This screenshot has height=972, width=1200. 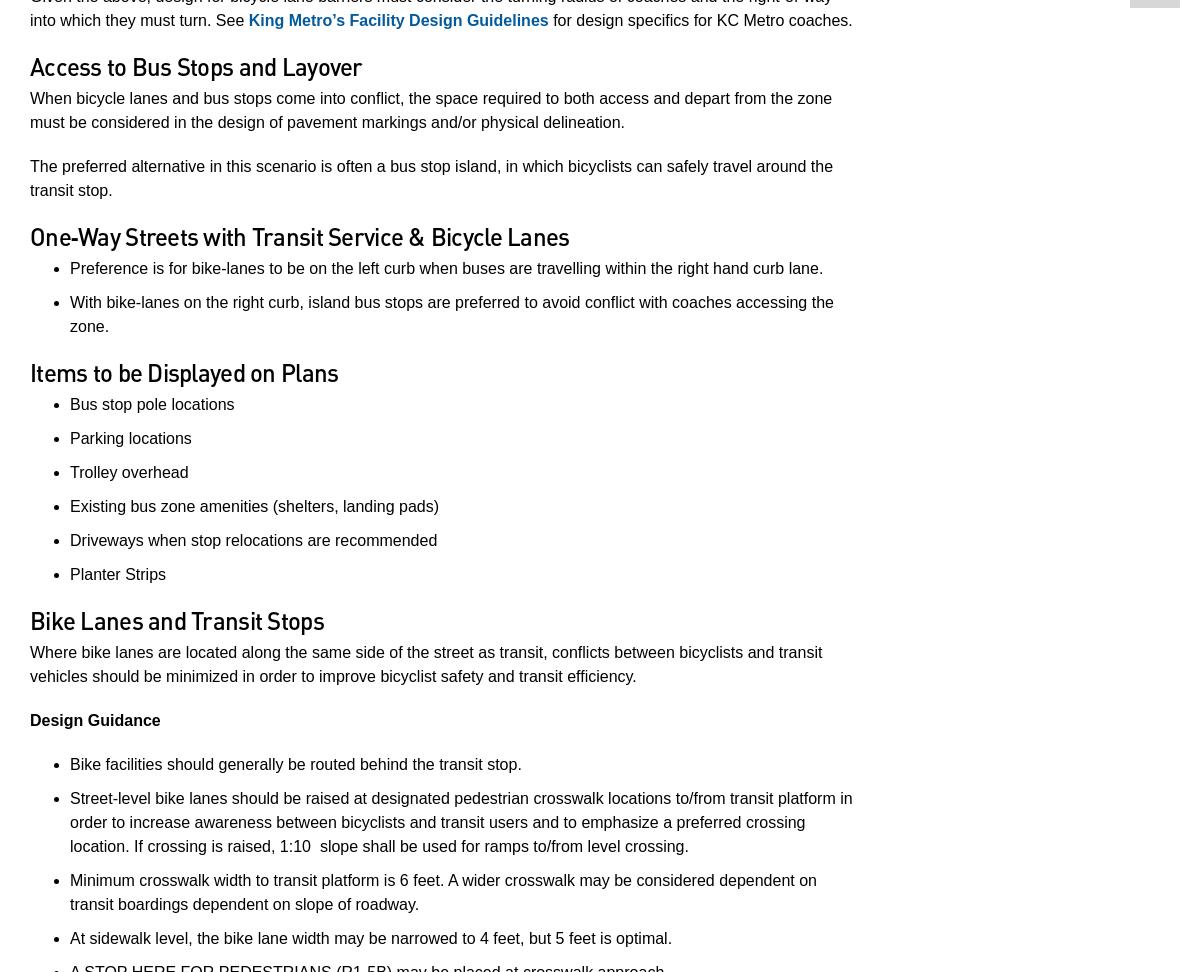 What do you see at coordinates (446, 267) in the screenshot?
I see `'Preference is for bike‐lanes to be on the left curb when buses are travelling within the right hand curb lane.'` at bounding box center [446, 267].